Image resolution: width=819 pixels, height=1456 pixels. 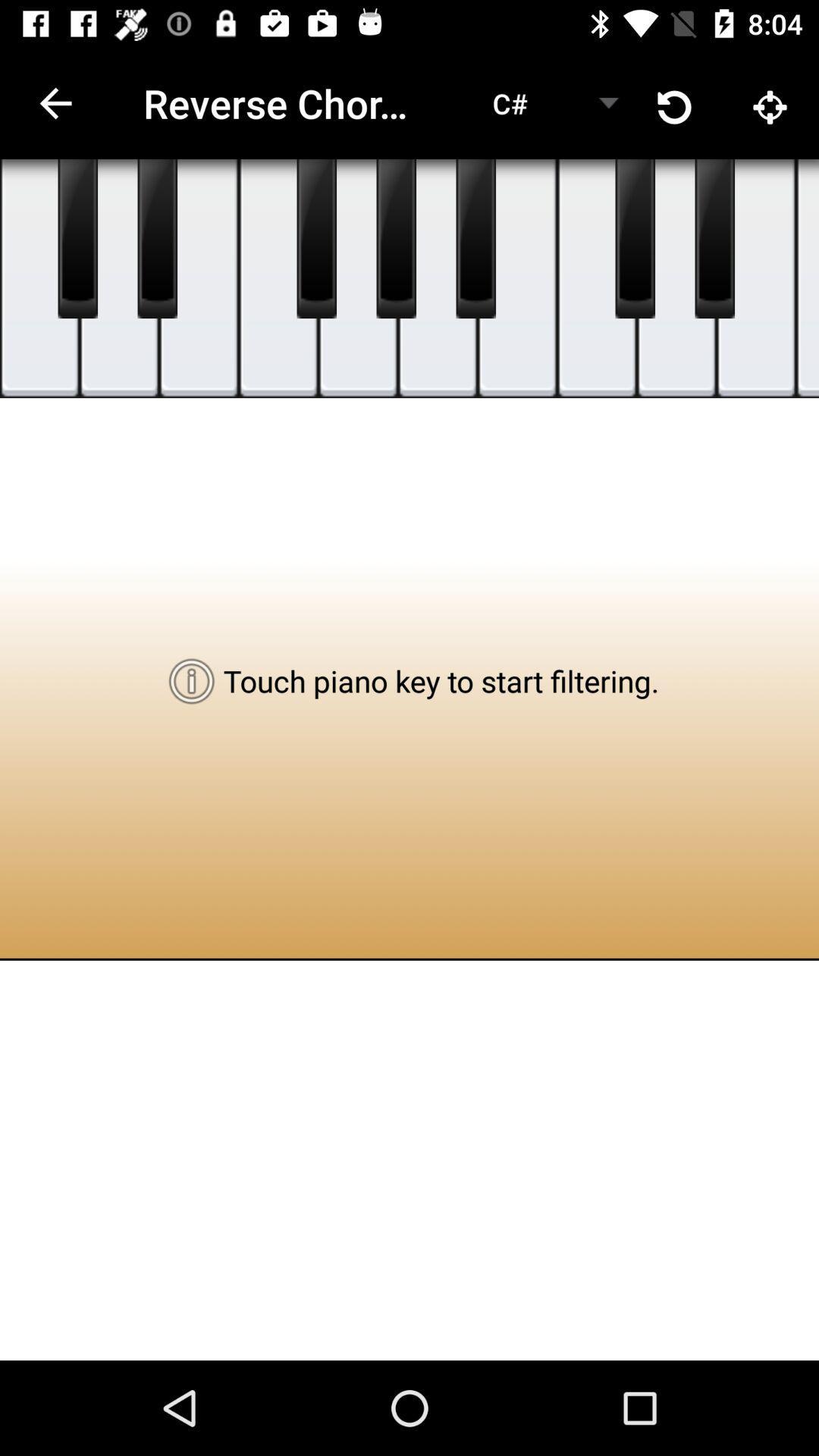 What do you see at coordinates (806, 278) in the screenshot?
I see `piano key play` at bounding box center [806, 278].